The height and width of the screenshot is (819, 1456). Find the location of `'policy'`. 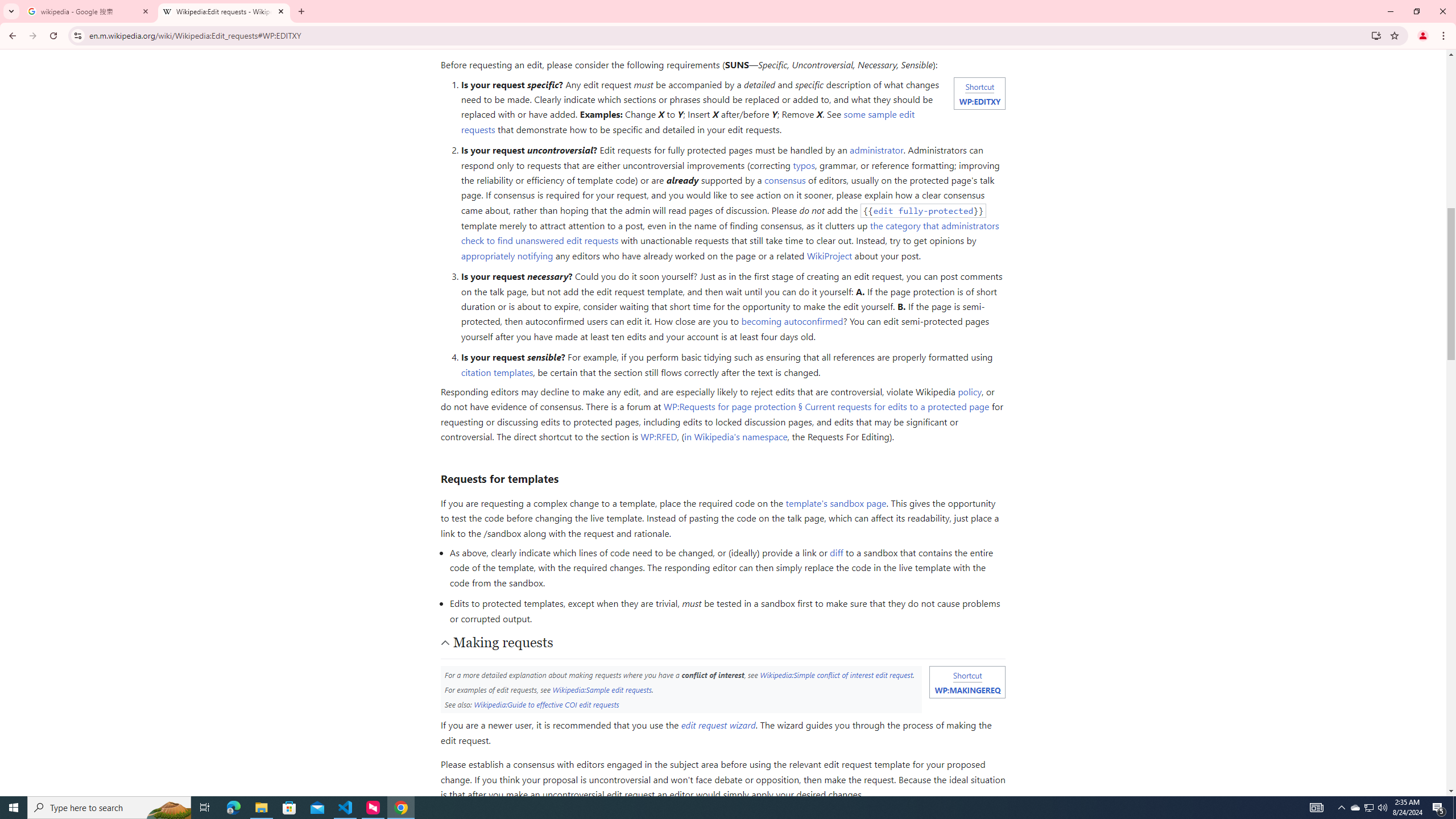

'policy' is located at coordinates (969, 390).